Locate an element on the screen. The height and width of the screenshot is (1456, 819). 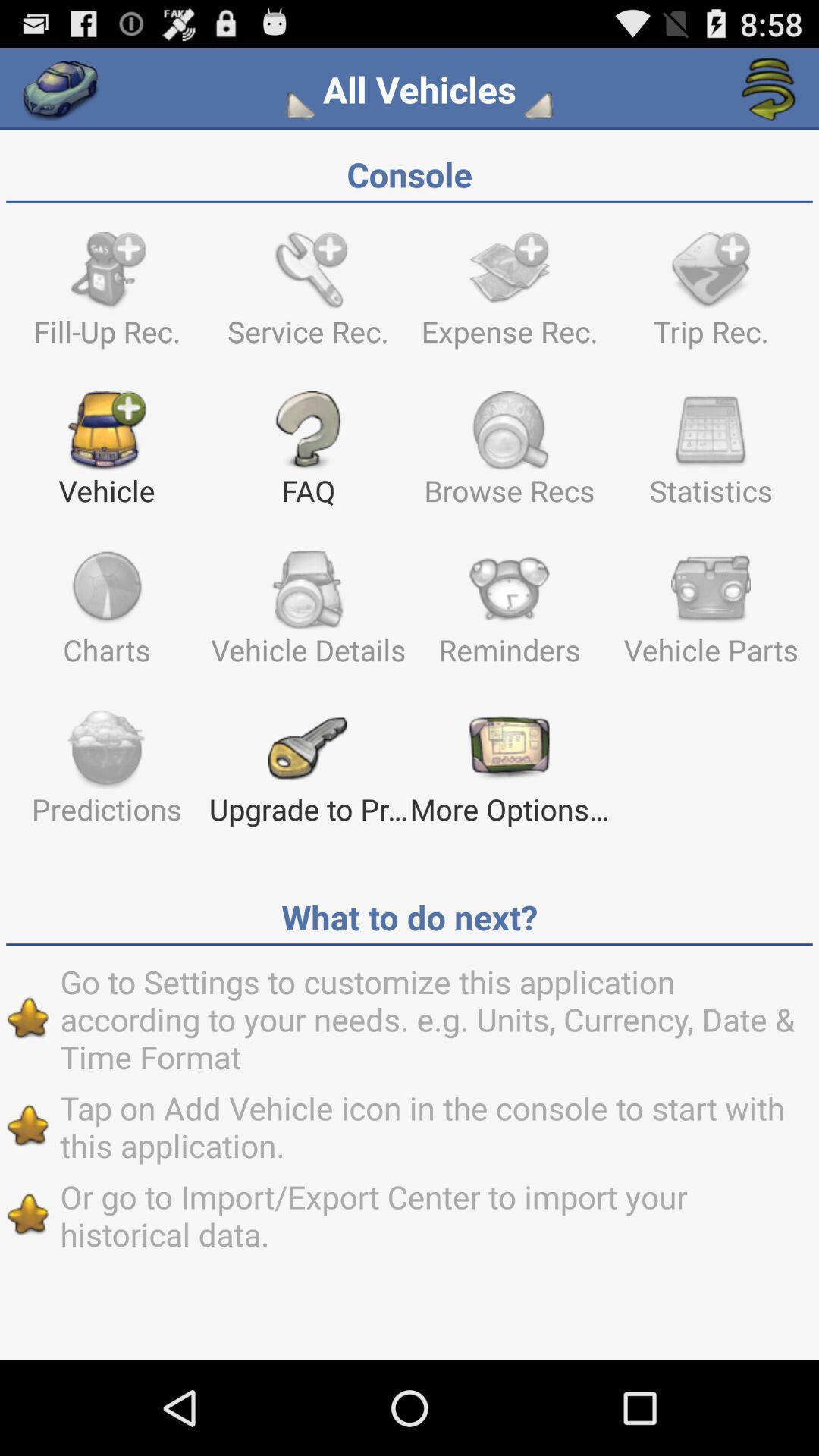
the edit icon is located at coordinates (535, 111).